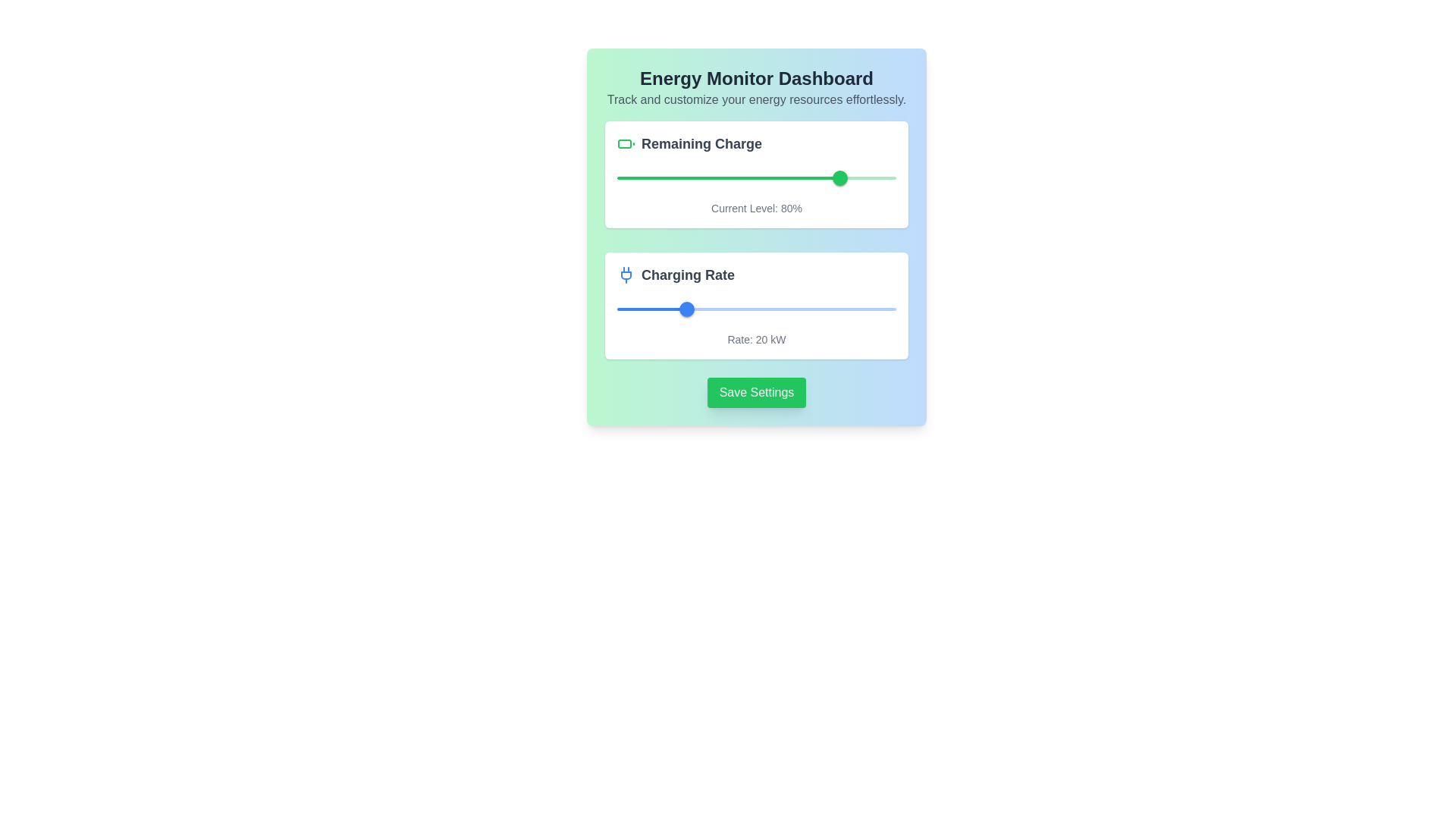  What do you see at coordinates (757, 99) in the screenshot?
I see `the text description element located immediately below the title 'Energy Monitor Dashboard' in the dashboard panel` at bounding box center [757, 99].